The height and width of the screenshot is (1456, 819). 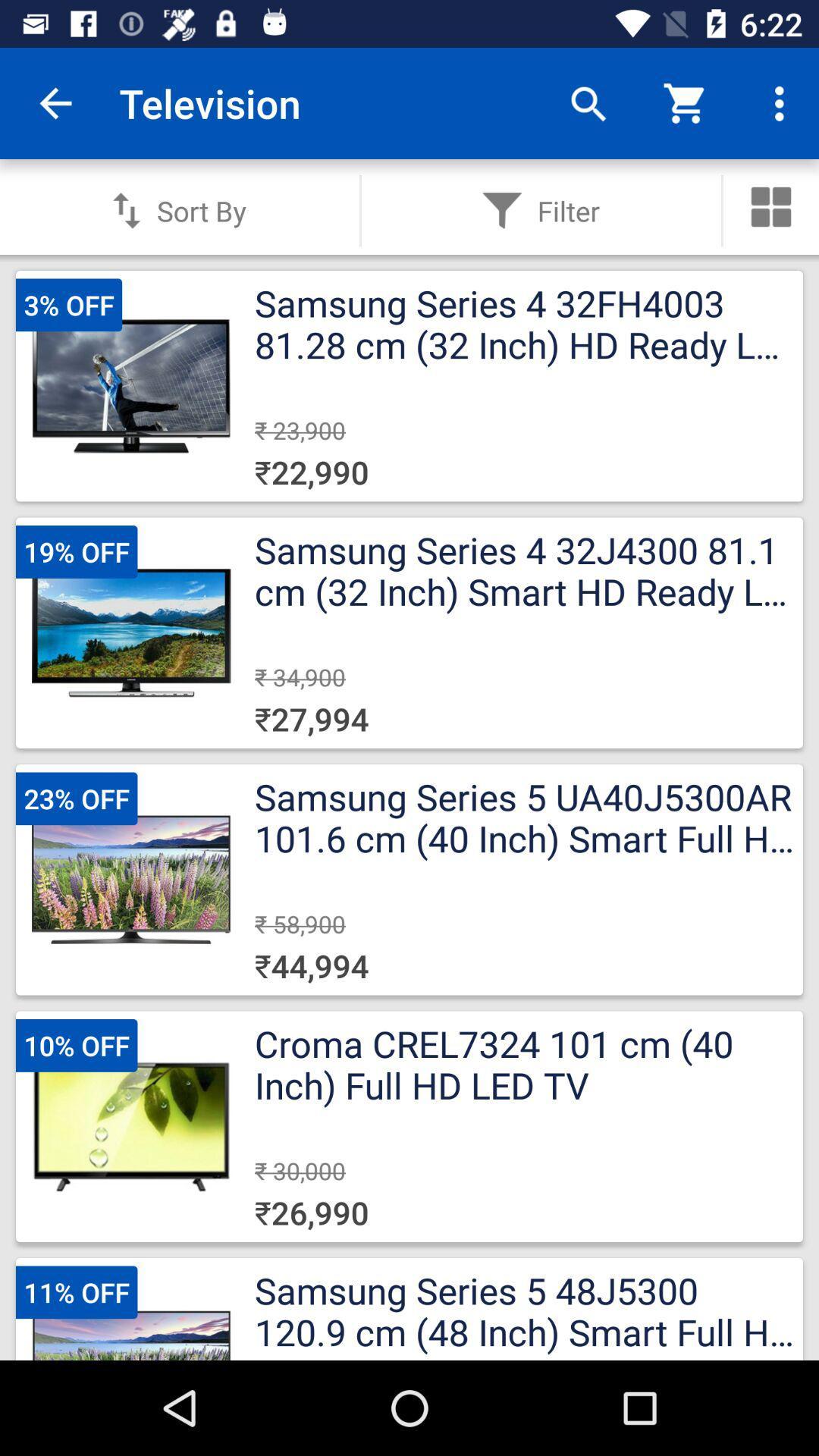 What do you see at coordinates (771, 206) in the screenshot?
I see `page viewing options` at bounding box center [771, 206].